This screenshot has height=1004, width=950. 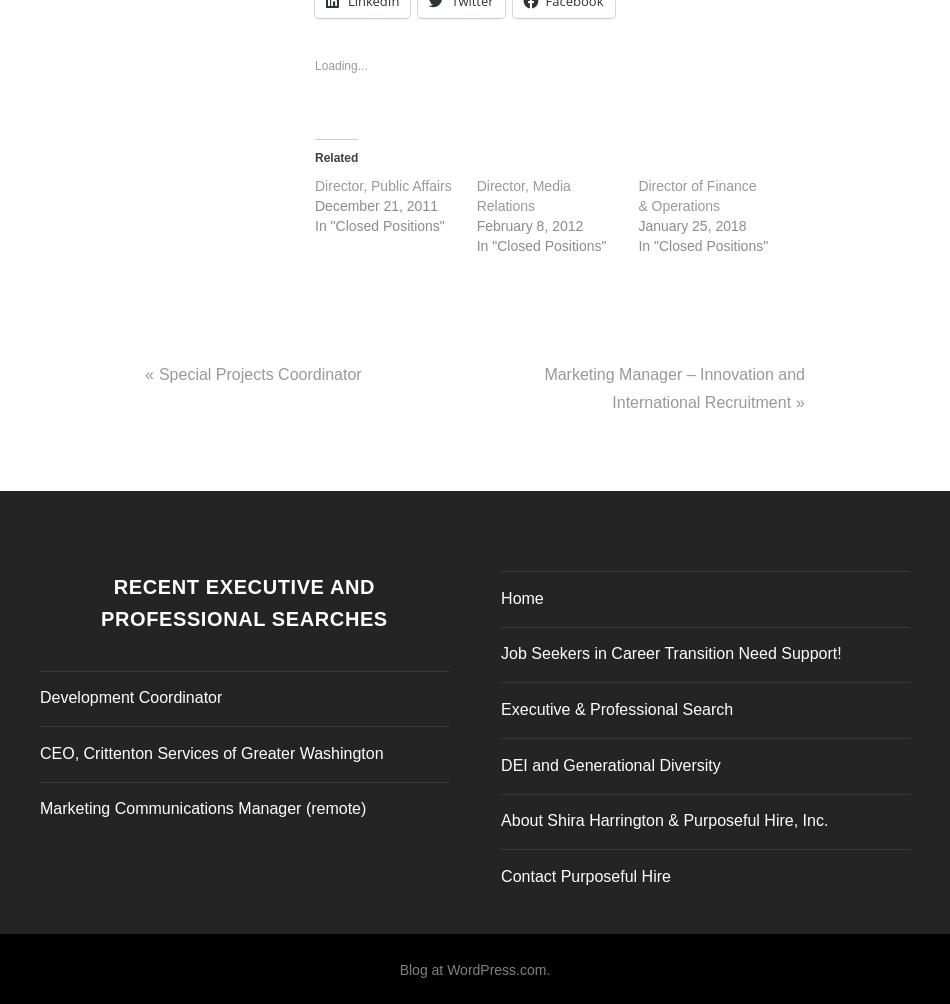 What do you see at coordinates (670, 647) in the screenshot?
I see `'Job Seekers in Career Transition Need Support!'` at bounding box center [670, 647].